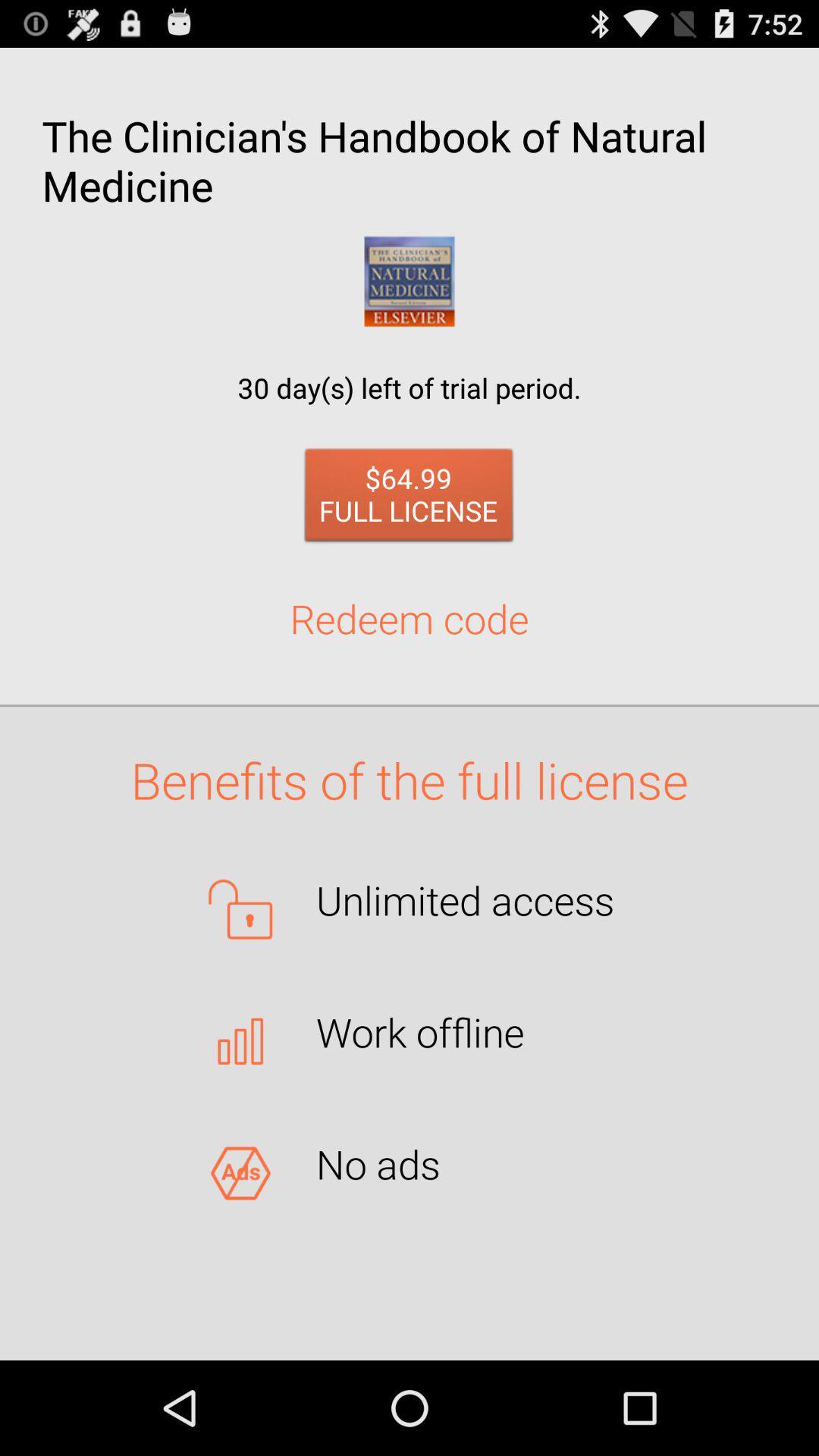  Describe the element at coordinates (409, 618) in the screenshot. I see `the redeem code app` at that location.